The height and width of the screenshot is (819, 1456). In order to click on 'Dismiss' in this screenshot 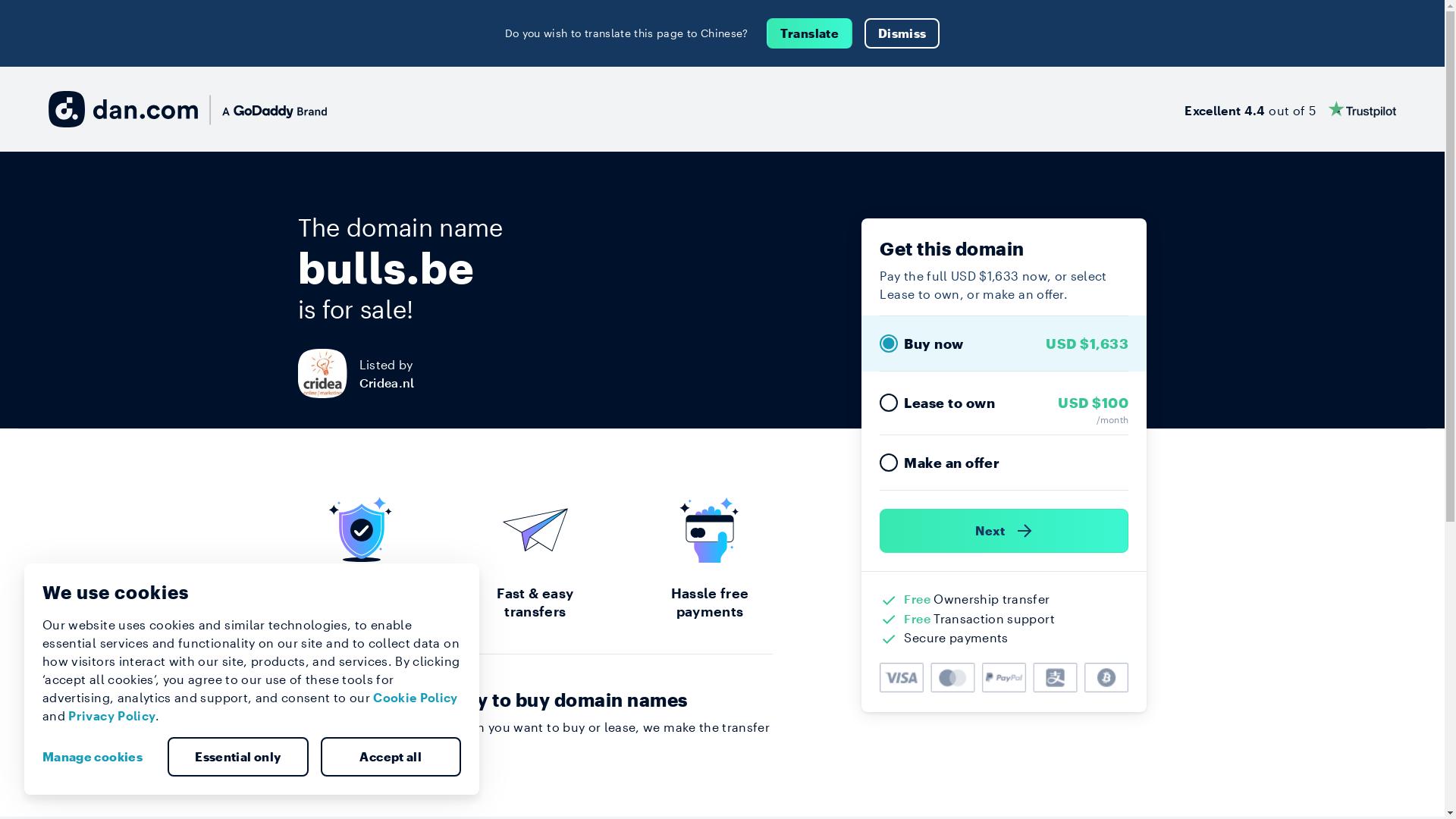, I will do `click(864, 33)`.